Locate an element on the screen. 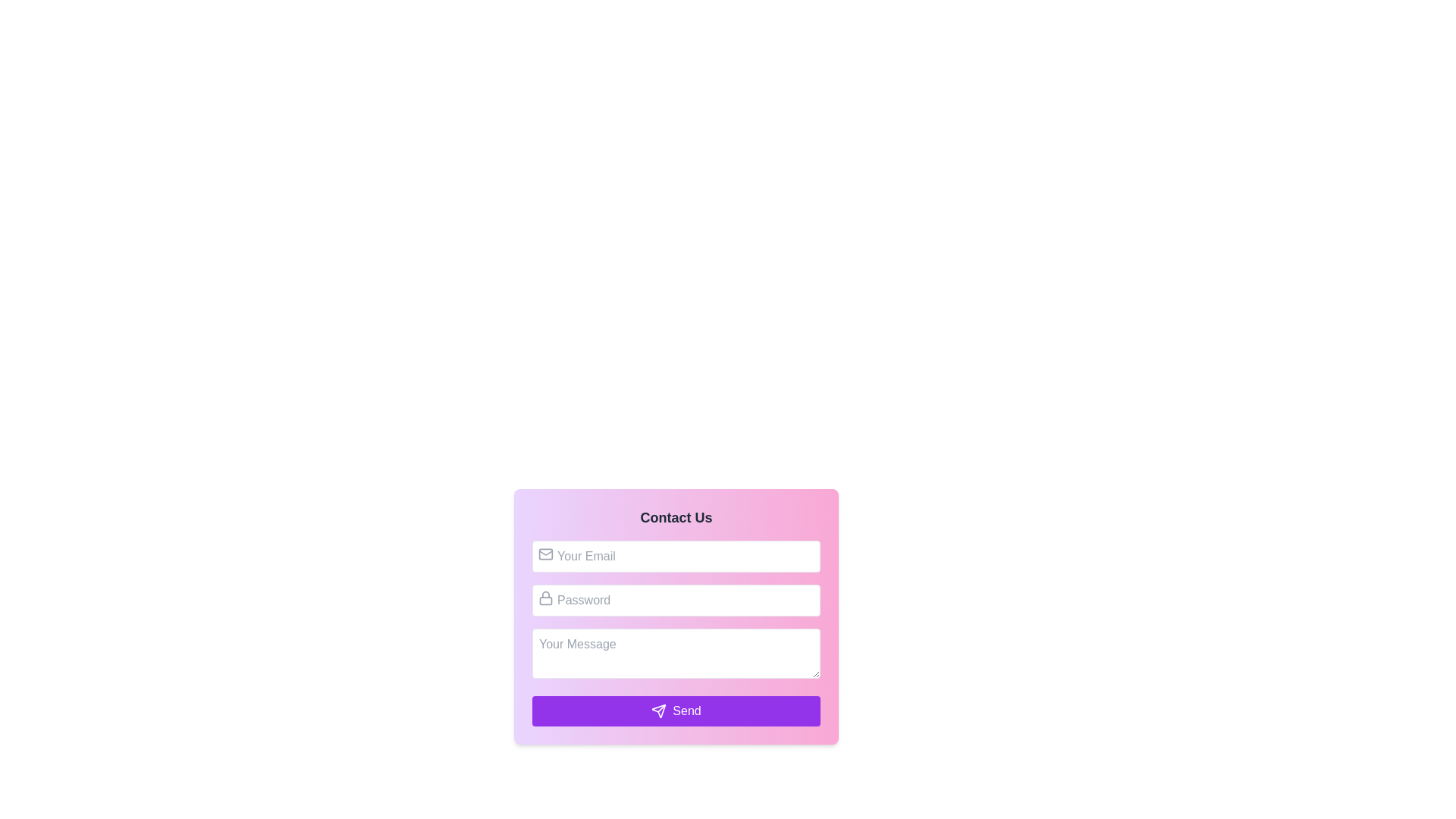 This screenshot has width=1456, height=819. the decorative email icon located inside the email input field, adjacent to the left edge is located at coordinates (546, 554).